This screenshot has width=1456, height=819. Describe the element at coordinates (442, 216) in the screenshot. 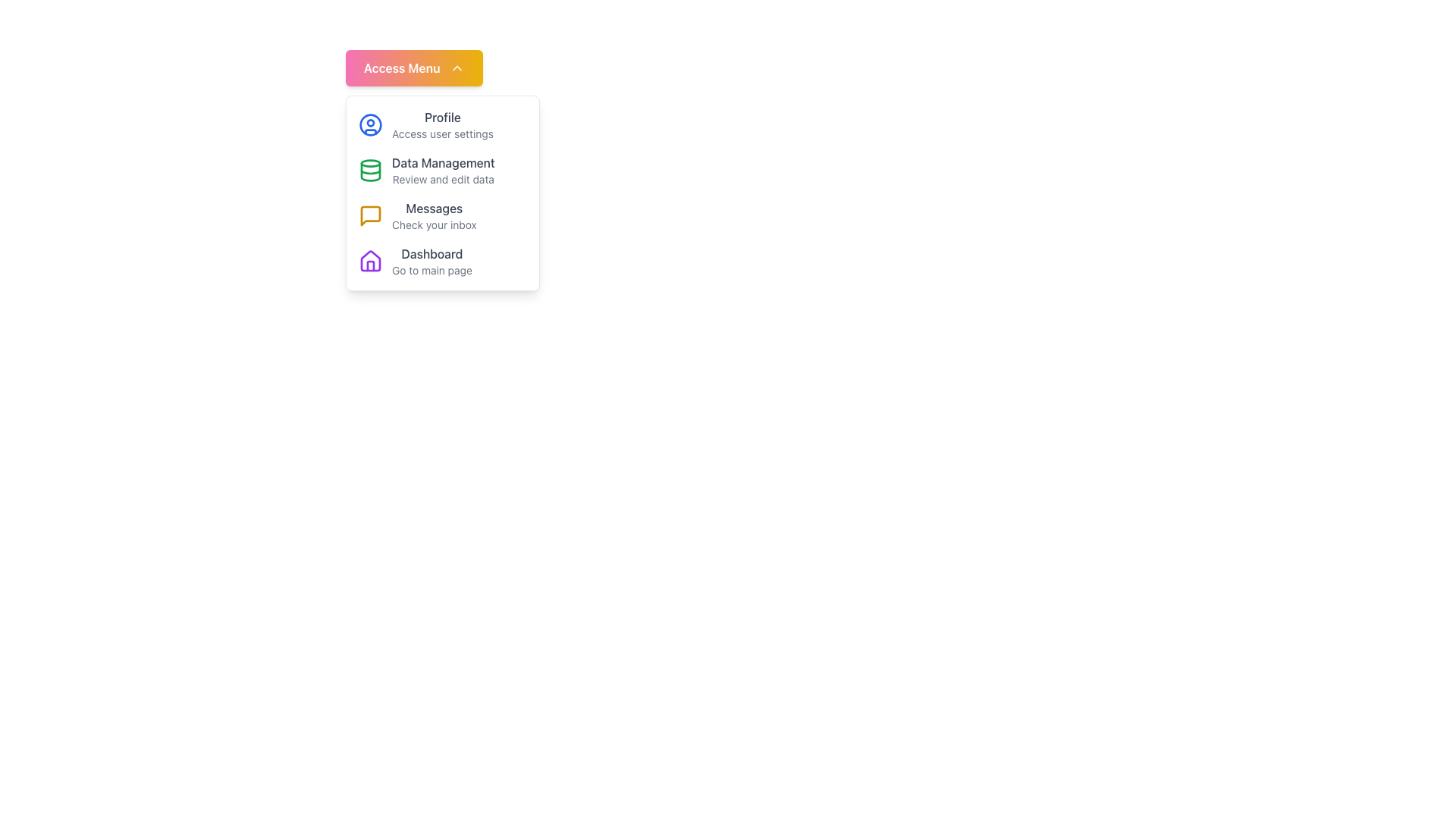

I see `the third item in the vertical menu list that indicates user messages or inbox functionality` at that location.